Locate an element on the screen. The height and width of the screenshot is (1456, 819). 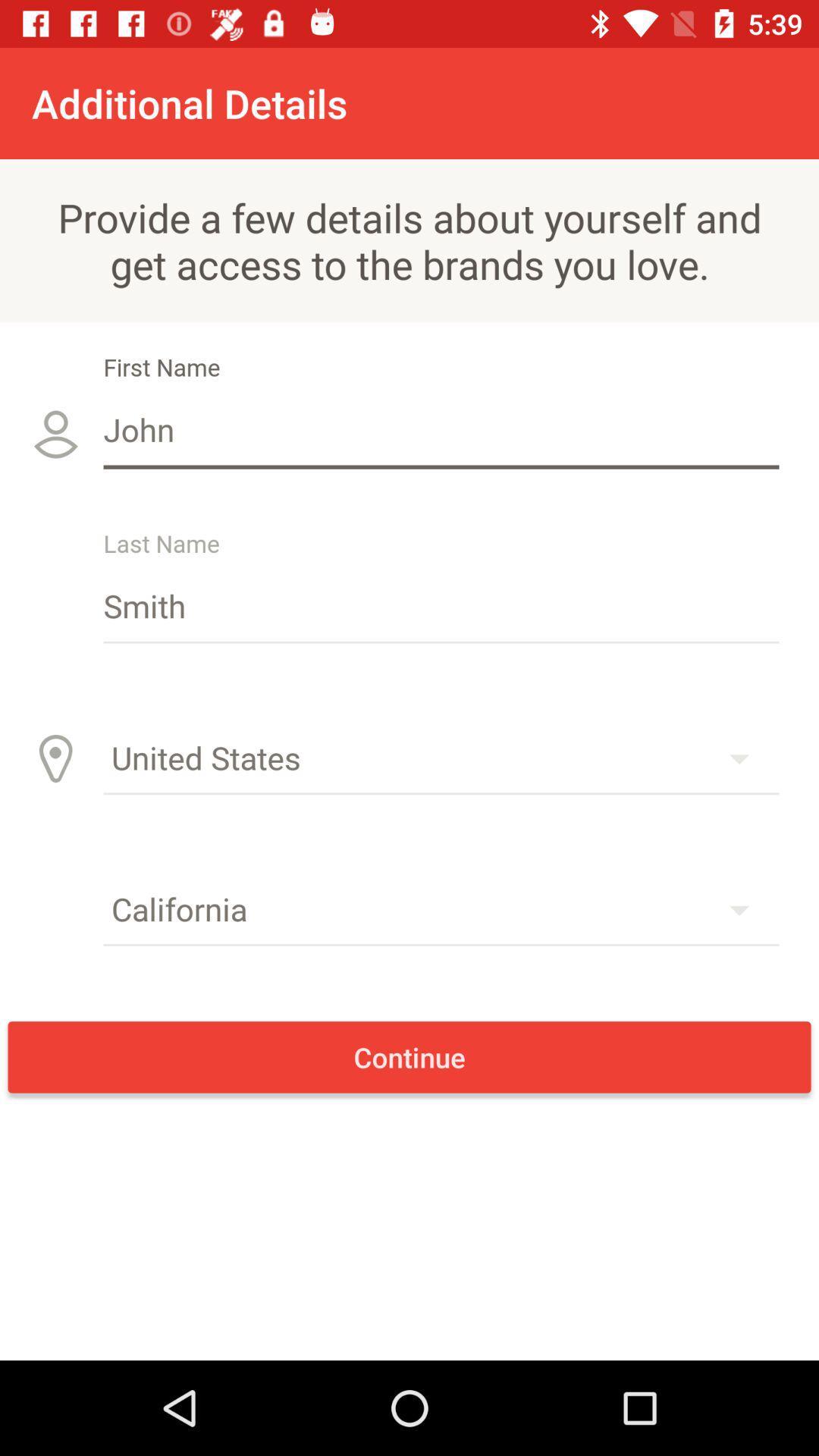
the icon below john item is located at coordinates (441, 604).